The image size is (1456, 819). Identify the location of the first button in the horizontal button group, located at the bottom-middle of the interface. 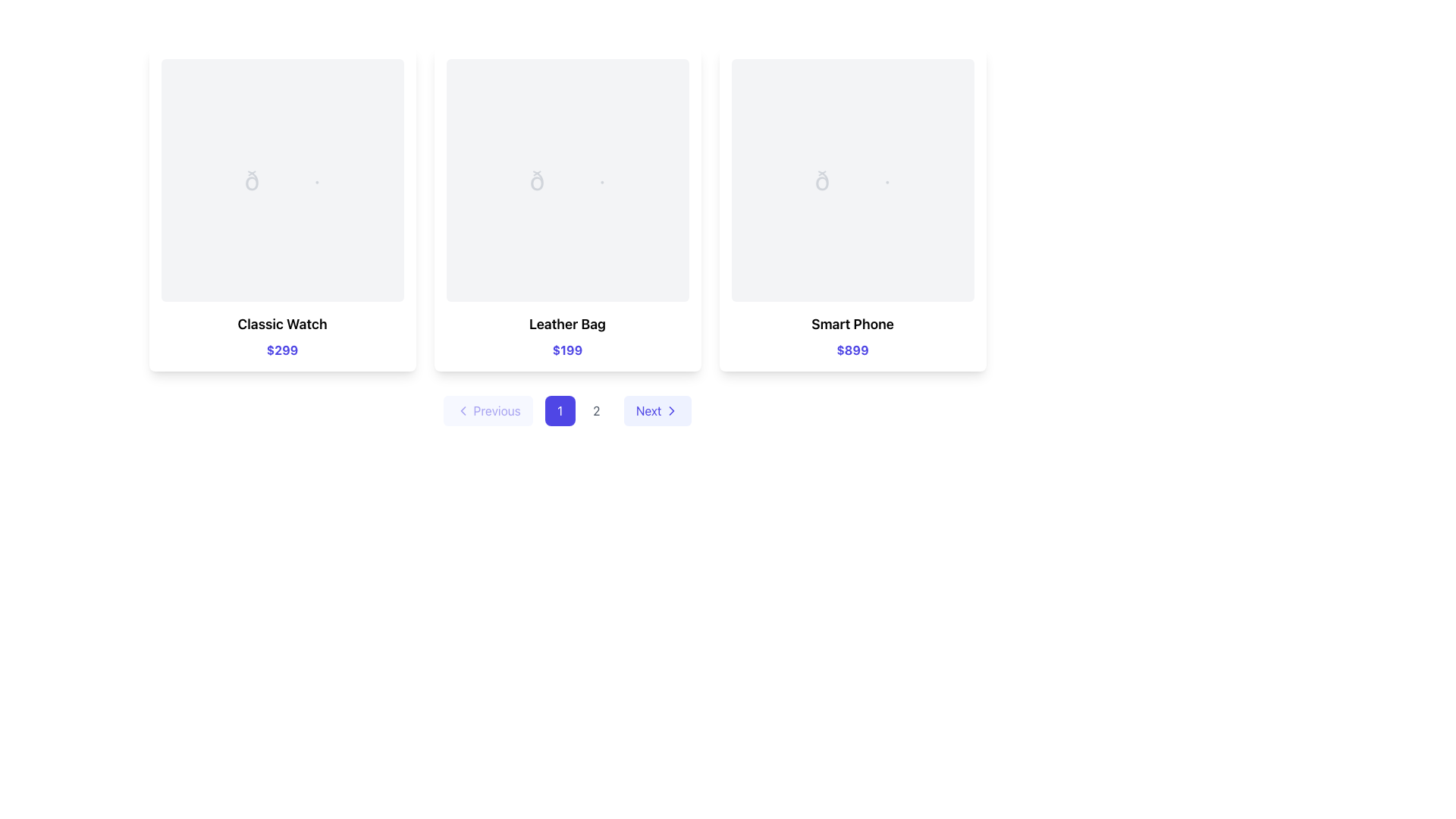
(559, 411).